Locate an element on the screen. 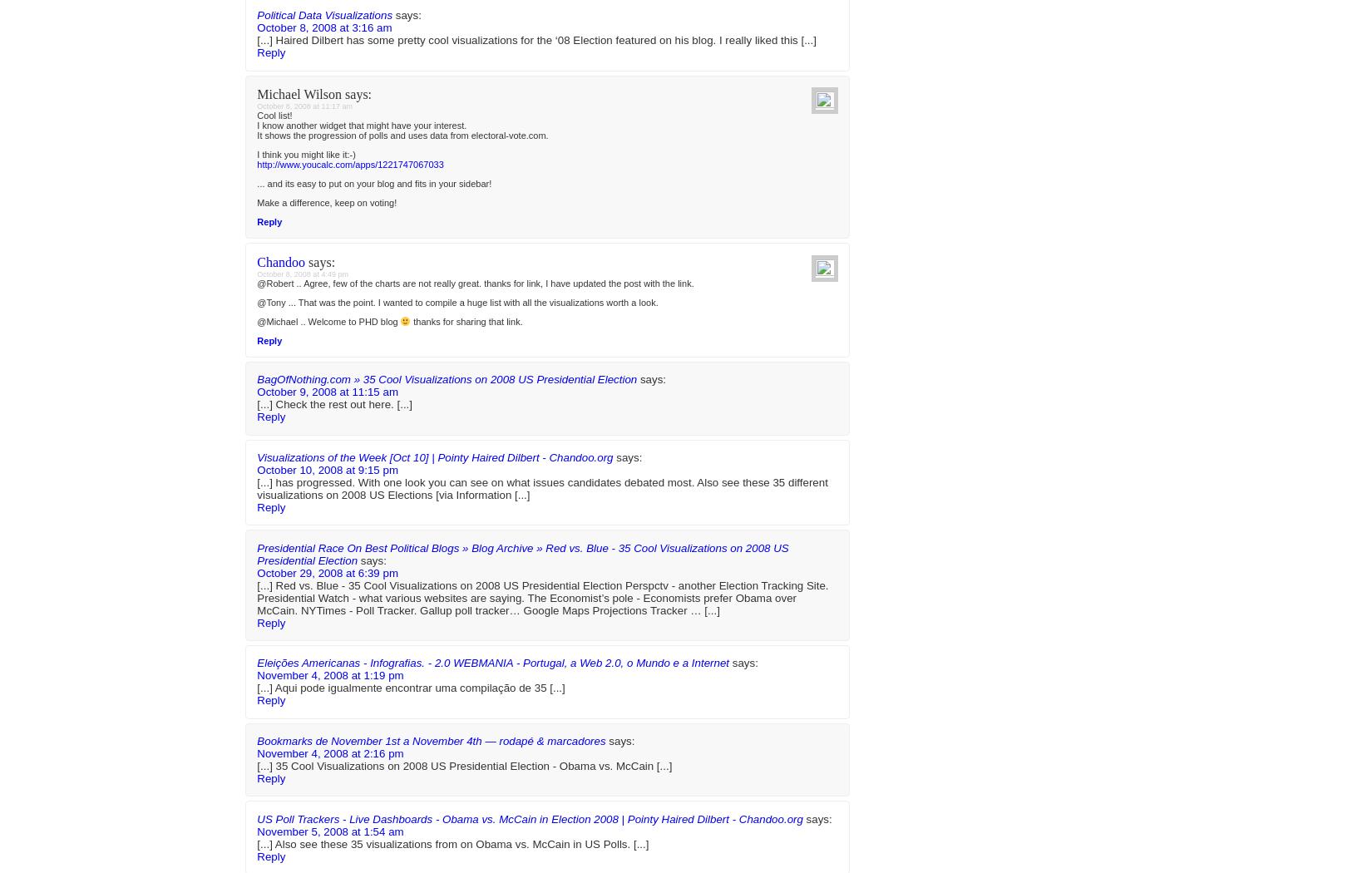 The height and width of the screenshot is (873, 1372). 'How to make stream graphs in Excel?' is located at coordinates (962, 33).